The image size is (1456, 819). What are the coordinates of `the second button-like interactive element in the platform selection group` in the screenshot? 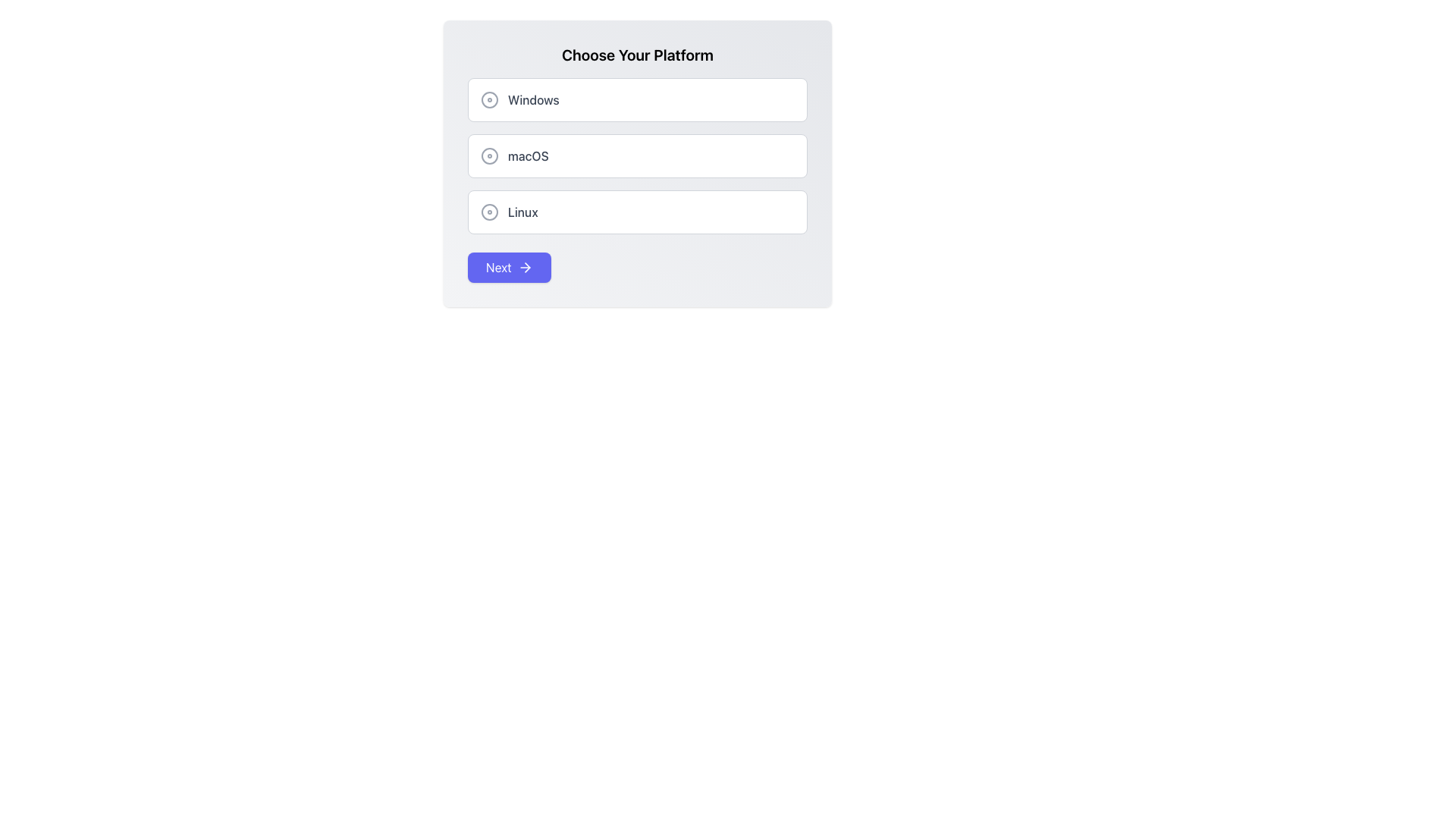 It's located at (637, 164).